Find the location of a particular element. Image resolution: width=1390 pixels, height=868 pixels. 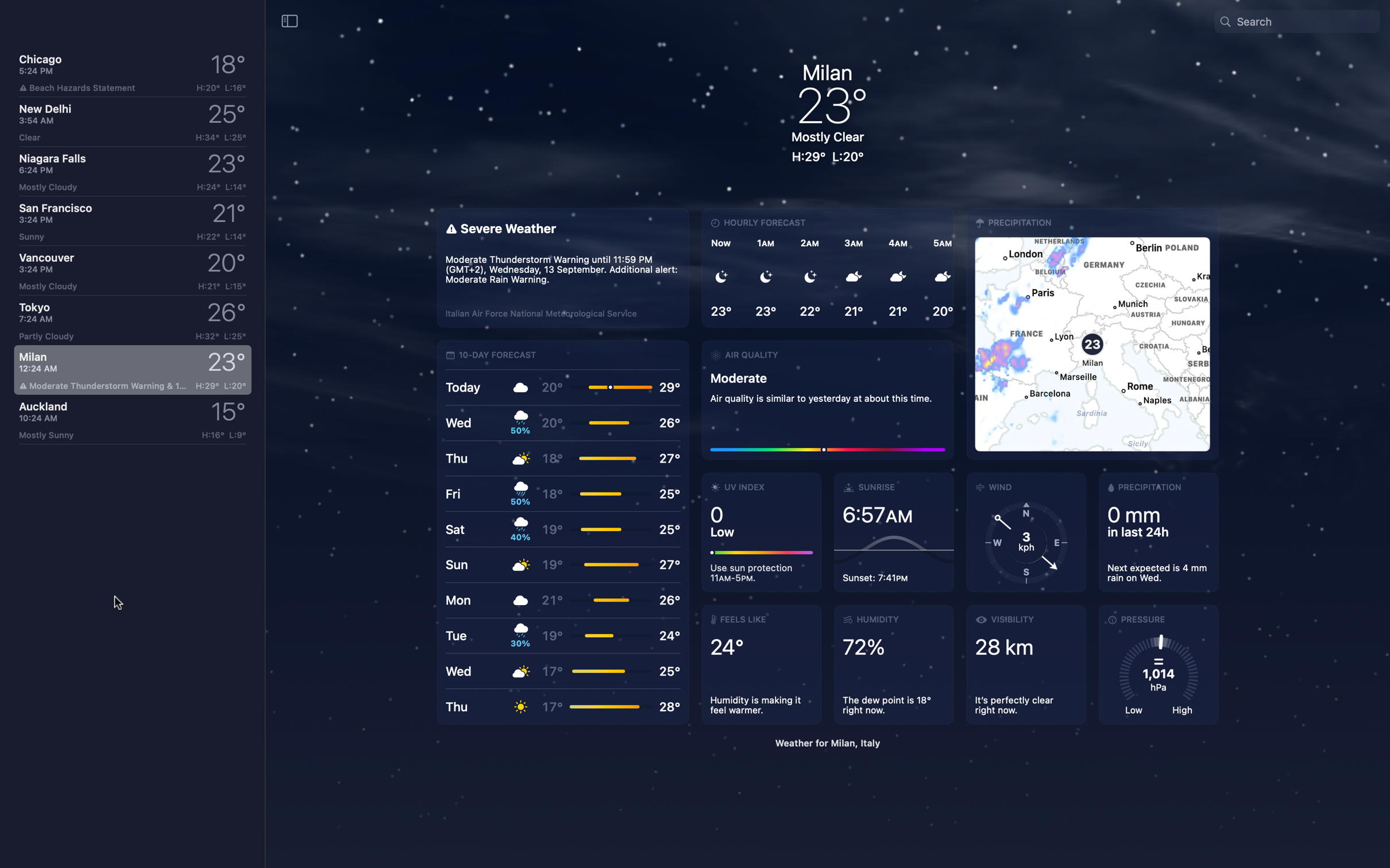

Check New Delhi"s climate is located at coordinates (132, 122).